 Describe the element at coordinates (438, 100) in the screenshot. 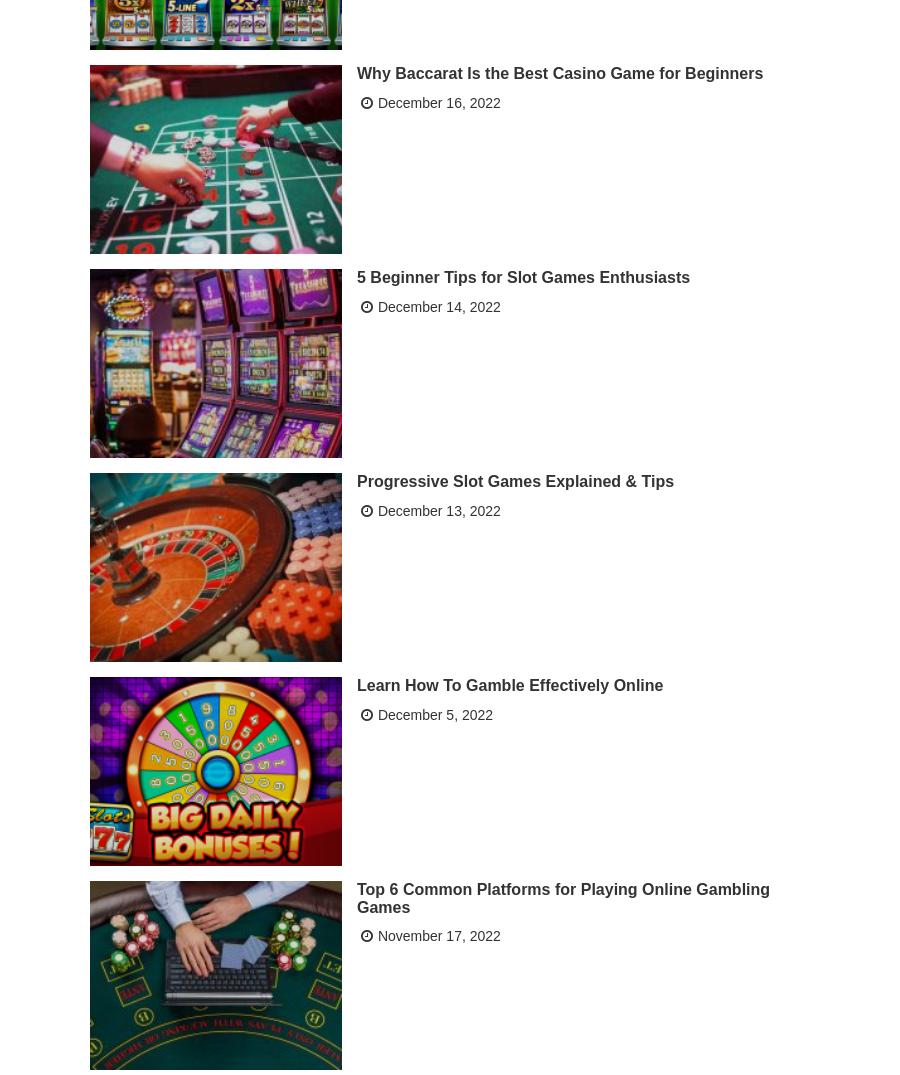

I see `'December 16, 2022'` at that location.